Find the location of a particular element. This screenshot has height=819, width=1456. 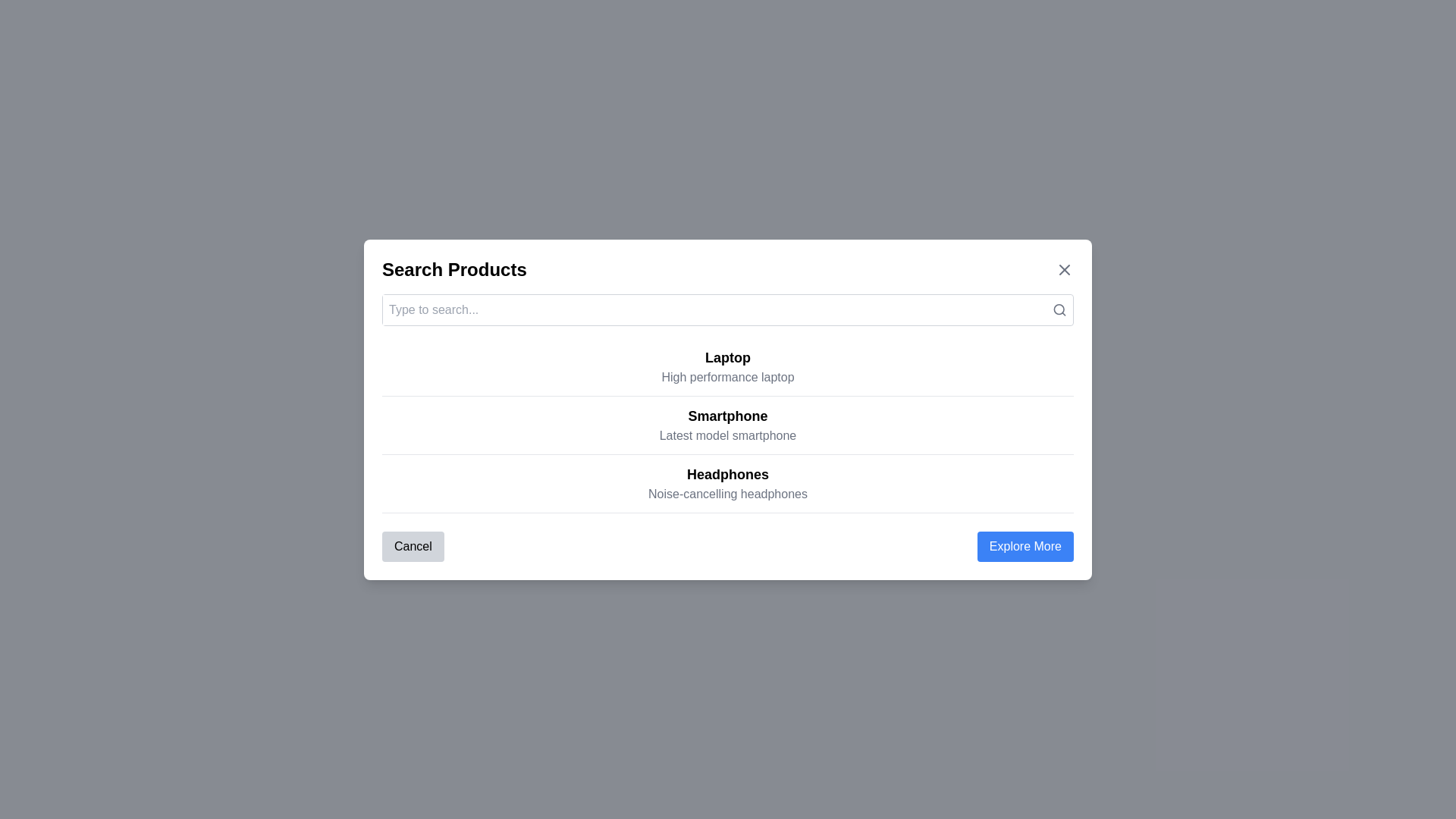

the Close button, which is a circular icon with an 'X' in the top-right corner of the modal, located immediately is located at coordinates (1063, 268).